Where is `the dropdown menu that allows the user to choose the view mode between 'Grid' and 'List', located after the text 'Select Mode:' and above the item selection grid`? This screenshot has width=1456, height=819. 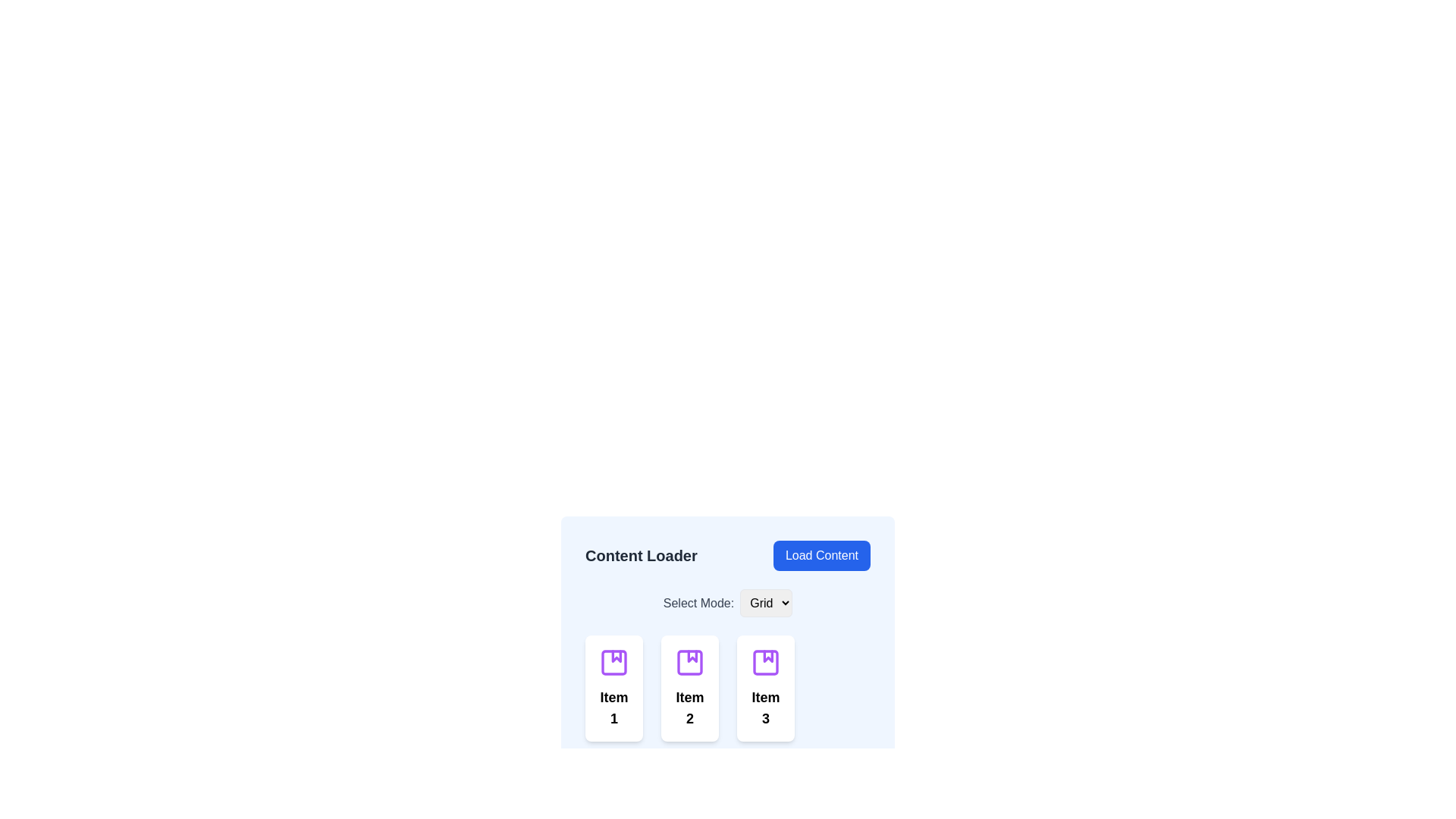
the dropdown menu that allows the user to choose the view mode between 'Grid' and 'List', located after the text 'Select Mode:' and above the item selection grid is located at coordinates (766, 602).